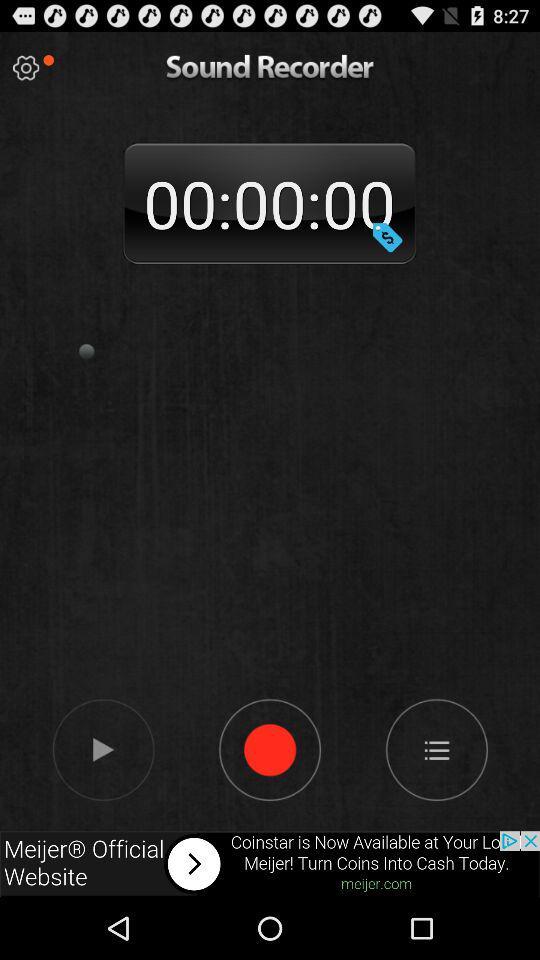  Describe the element at coordinates (435, 748) in the screenshot. I see `home settings` at that location.